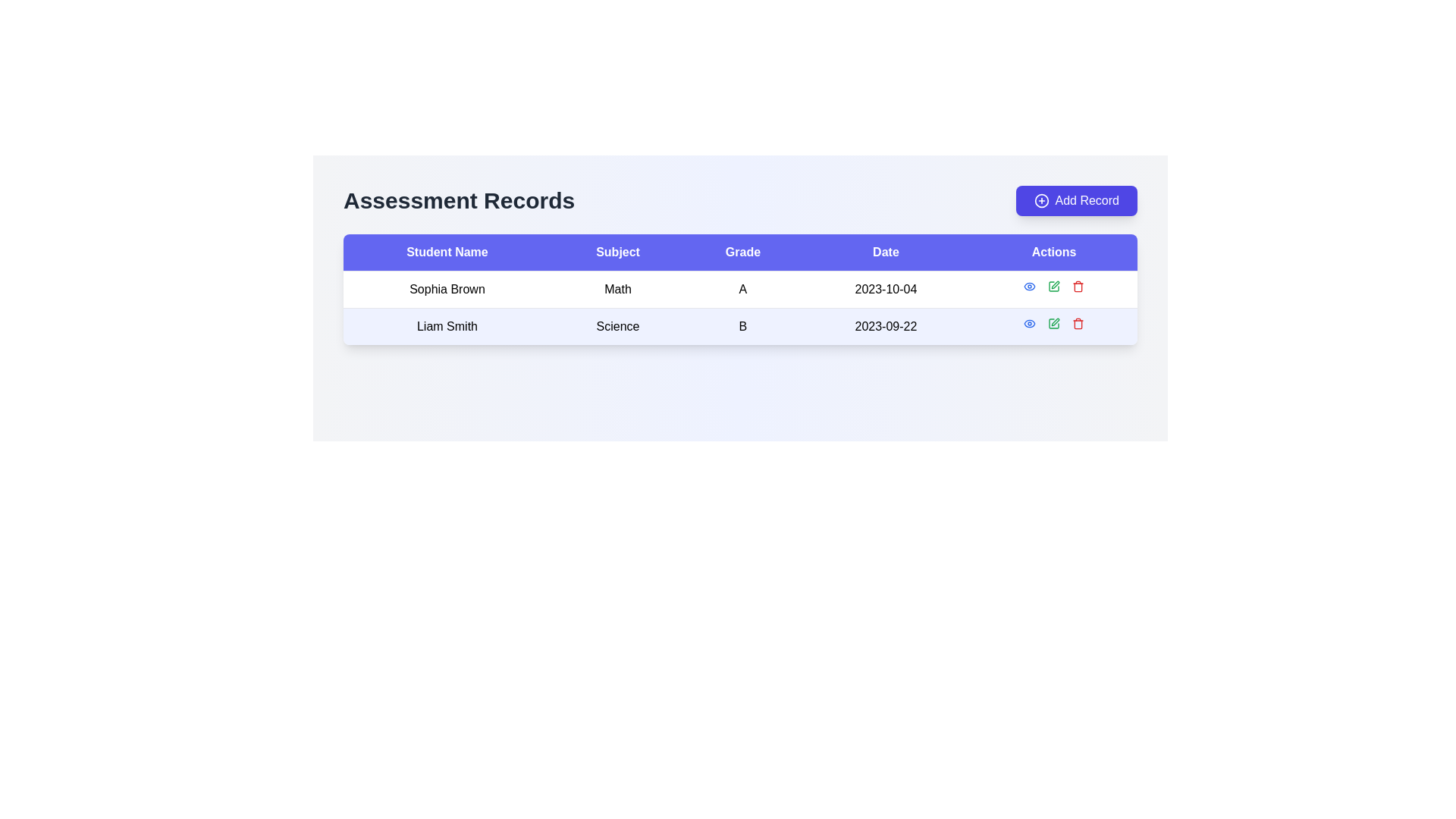 The width and height of the screenshot is (1456, 819). Describe the element at coordinates (458, 200) in the screenshot. I see `the text label reading 'Assessment Records', which is styled in bold, large, dark gray font and positioned at the top-left section below the page header` at that location.